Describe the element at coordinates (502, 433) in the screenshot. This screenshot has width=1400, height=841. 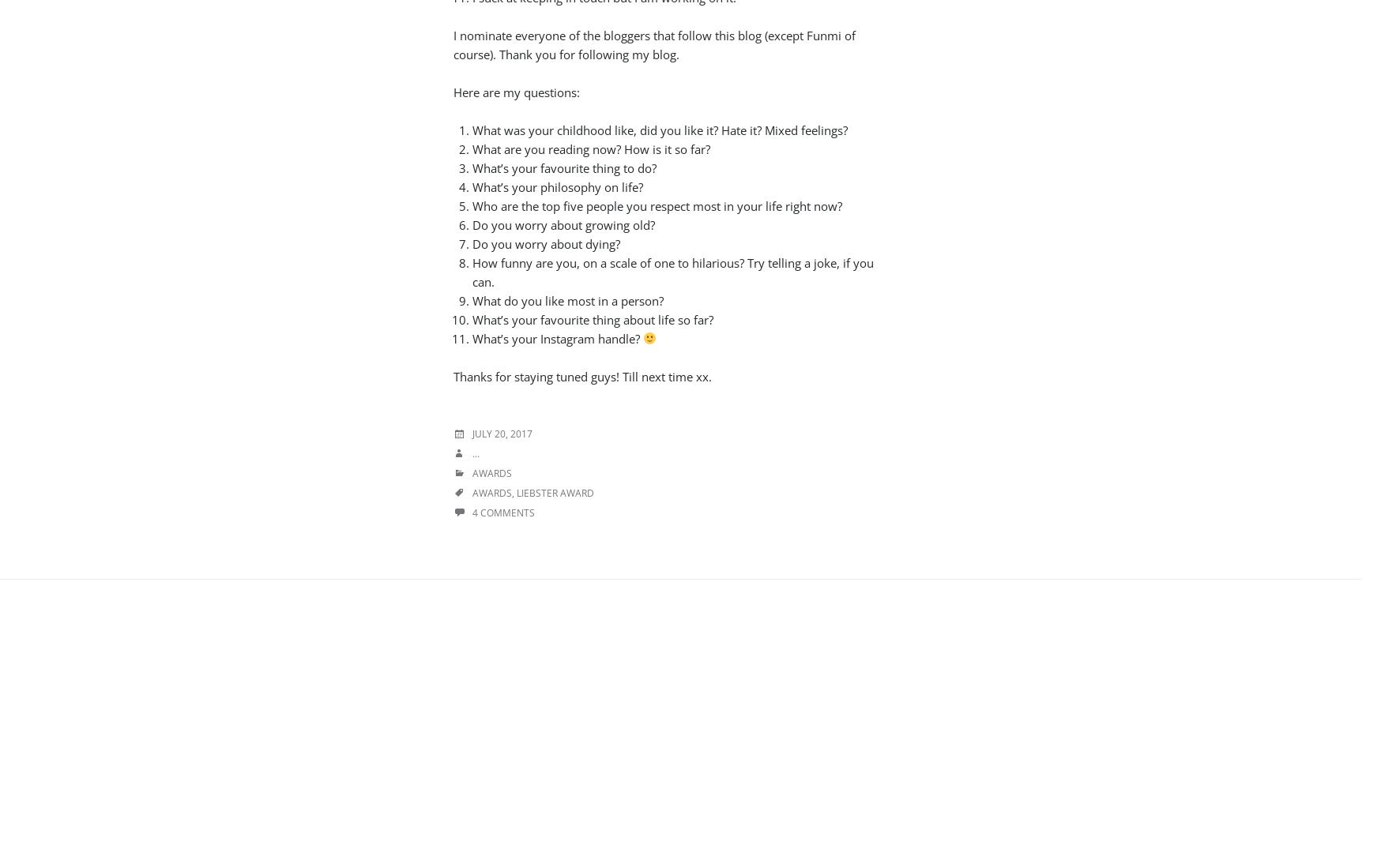
I see `'July 20, 2017'` at that location.